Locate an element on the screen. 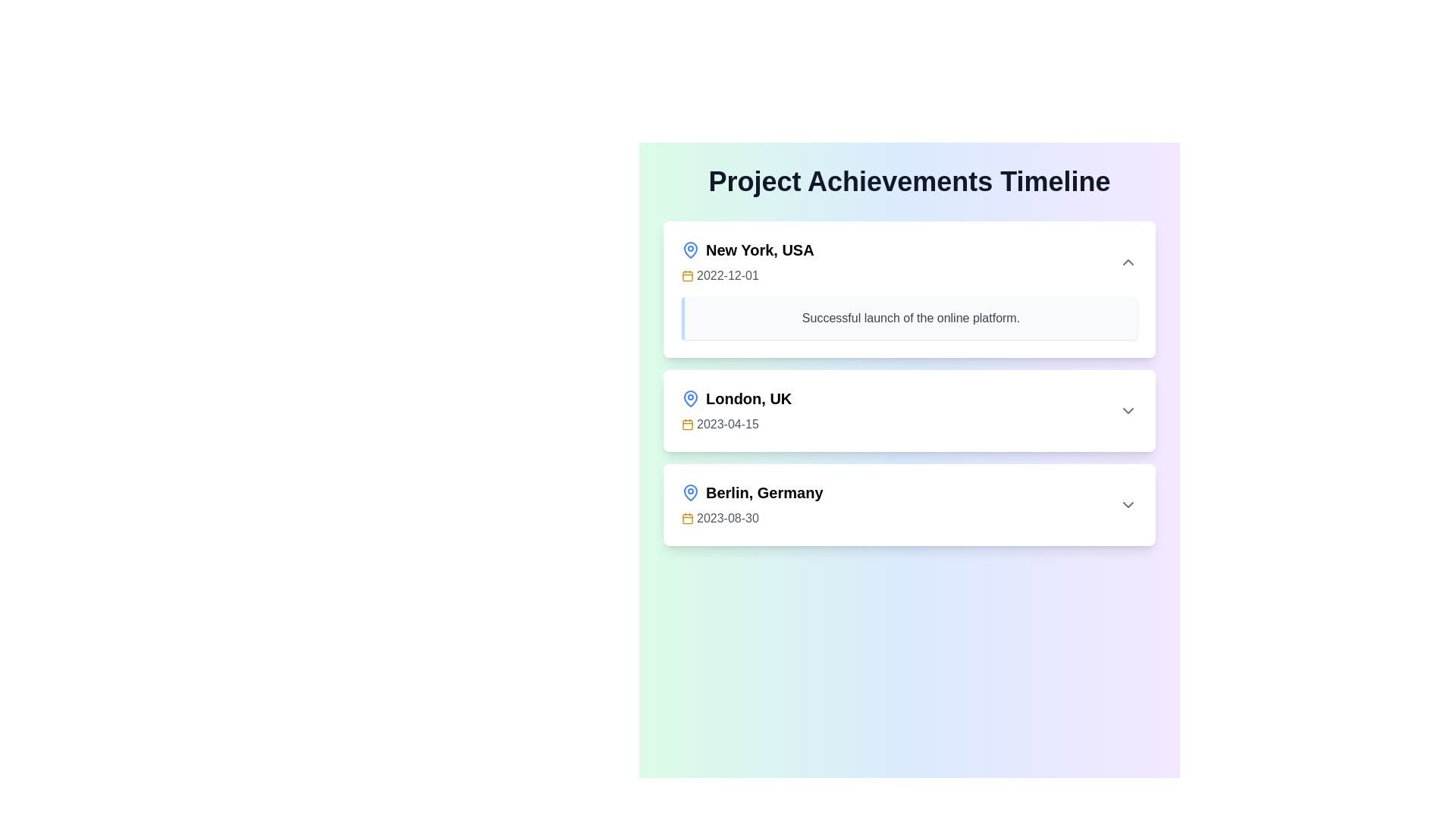  the date text label that displays the date associated with 'London, UK', which is positioned directly beneath the location text and aligns with a yellow calendar icon is located at coordinates (736, 424).